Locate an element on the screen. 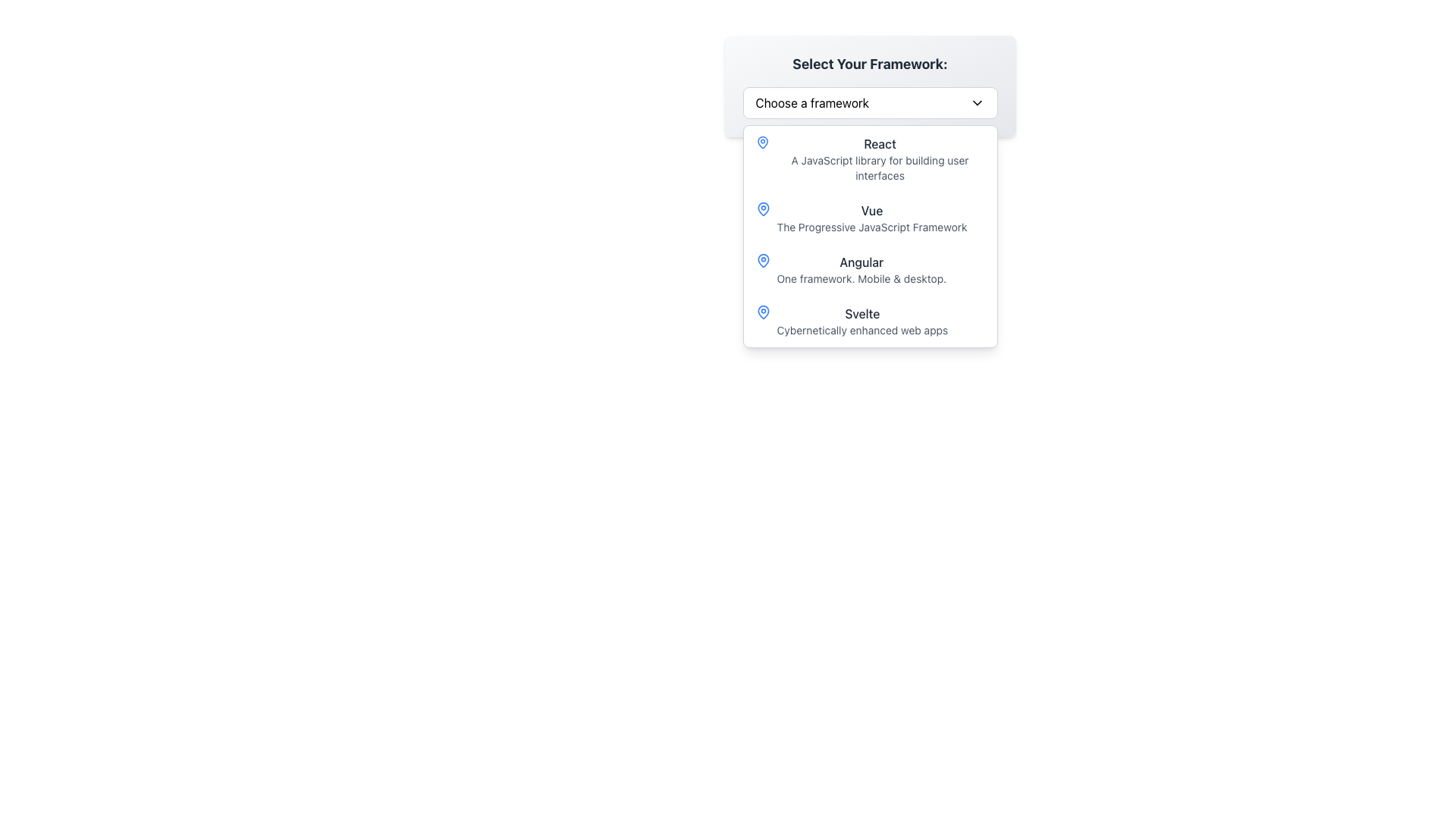 This screenshot has height=819, width=1456. the 'Vue' list item in the dropdown menu is located at coordinates (871, 218).